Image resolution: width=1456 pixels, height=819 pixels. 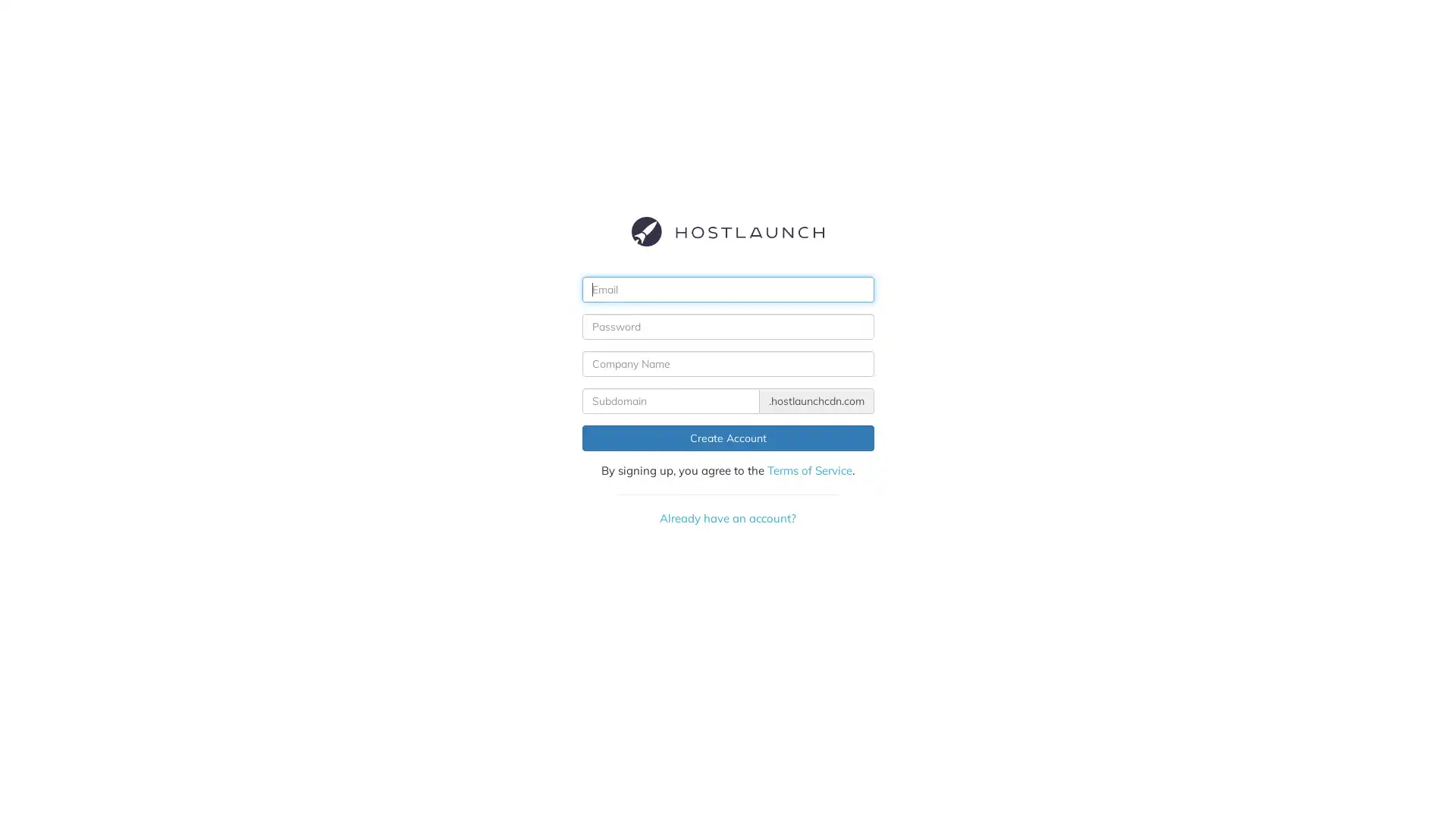 I want to click on Already have an account?, so click(x=726, y=516).